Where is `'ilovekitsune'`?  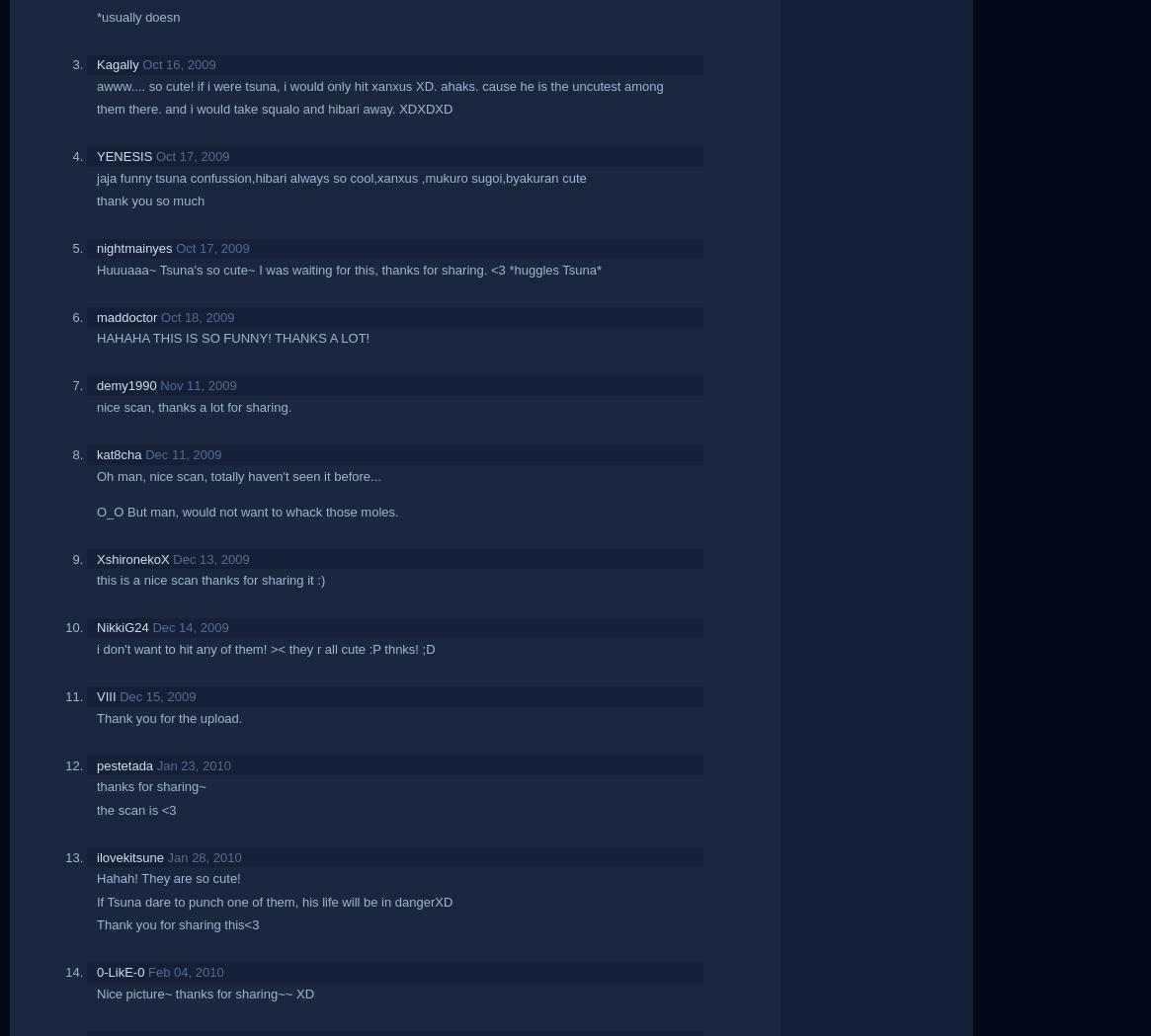
'ilovekitsune' is located at coordinates (129, 856).